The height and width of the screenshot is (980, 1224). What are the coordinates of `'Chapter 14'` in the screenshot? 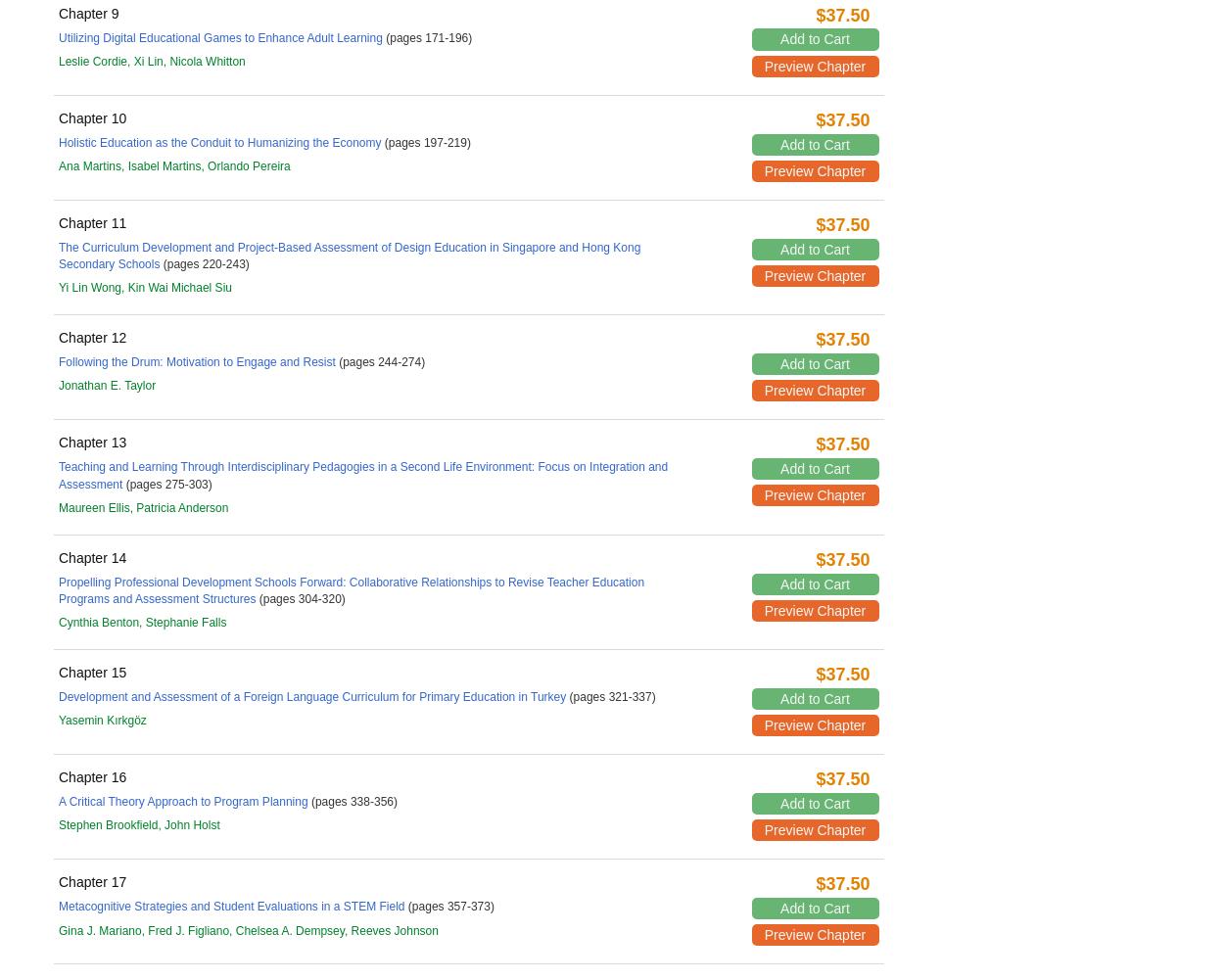 It's located at (91, 555).